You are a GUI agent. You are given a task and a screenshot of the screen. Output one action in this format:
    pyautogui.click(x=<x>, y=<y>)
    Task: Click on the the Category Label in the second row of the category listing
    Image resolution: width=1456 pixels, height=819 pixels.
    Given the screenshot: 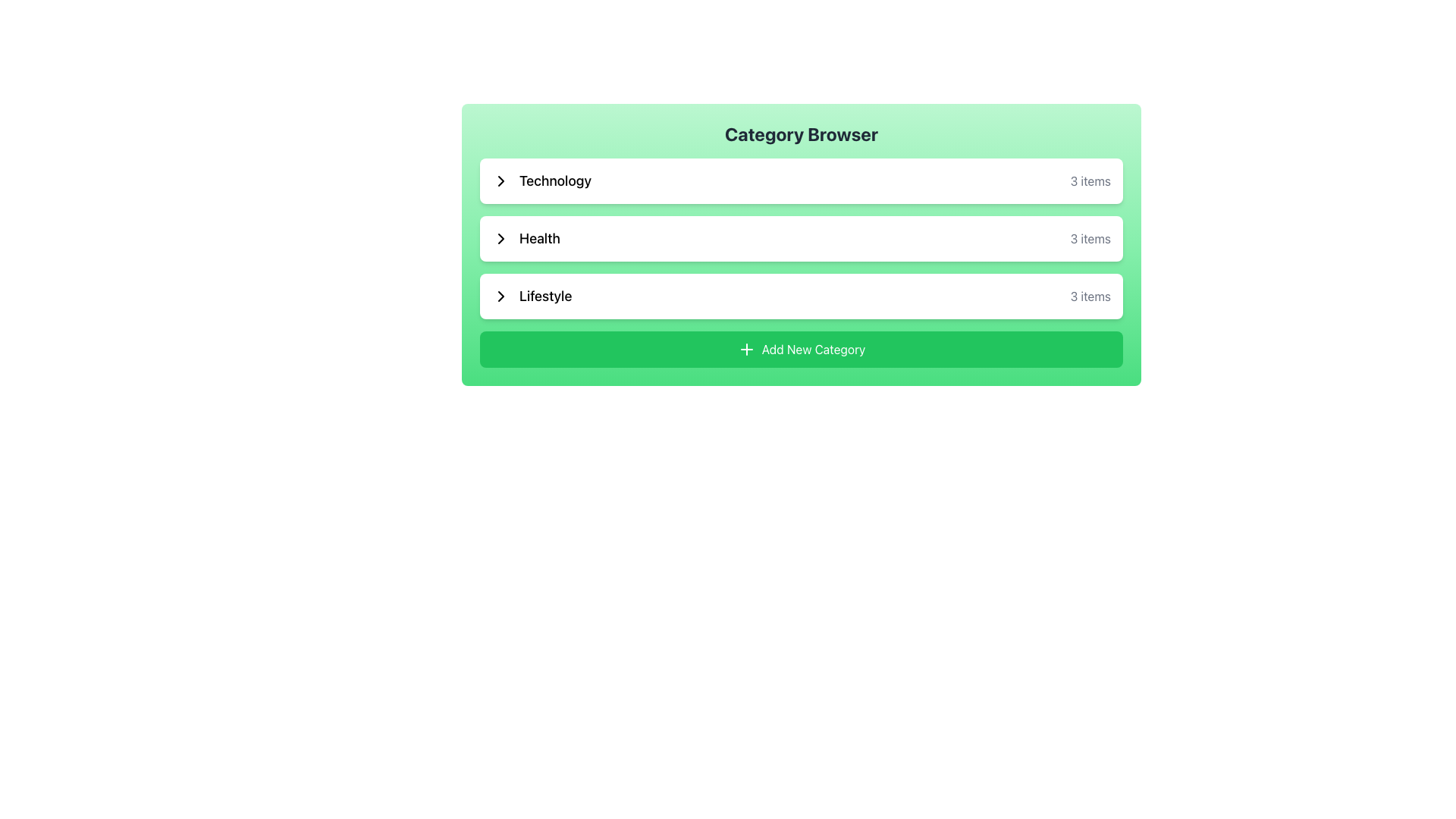 What is the action you would take?
    pyautogui.click(x=526, y=239)
    